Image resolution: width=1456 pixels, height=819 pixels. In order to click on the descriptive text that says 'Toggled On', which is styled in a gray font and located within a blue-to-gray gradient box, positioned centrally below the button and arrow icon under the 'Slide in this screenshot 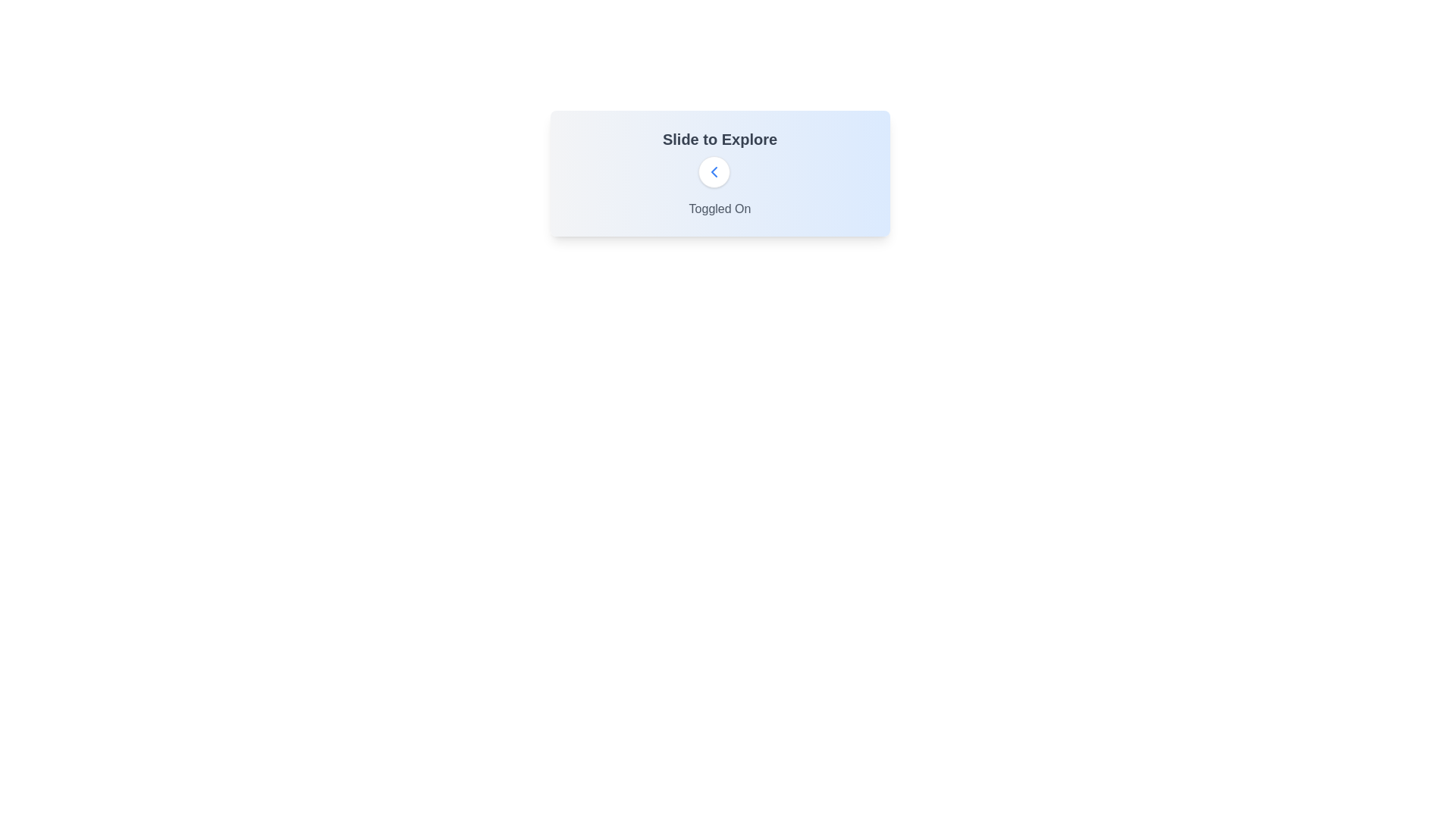, I will do `click(719, 209)`.